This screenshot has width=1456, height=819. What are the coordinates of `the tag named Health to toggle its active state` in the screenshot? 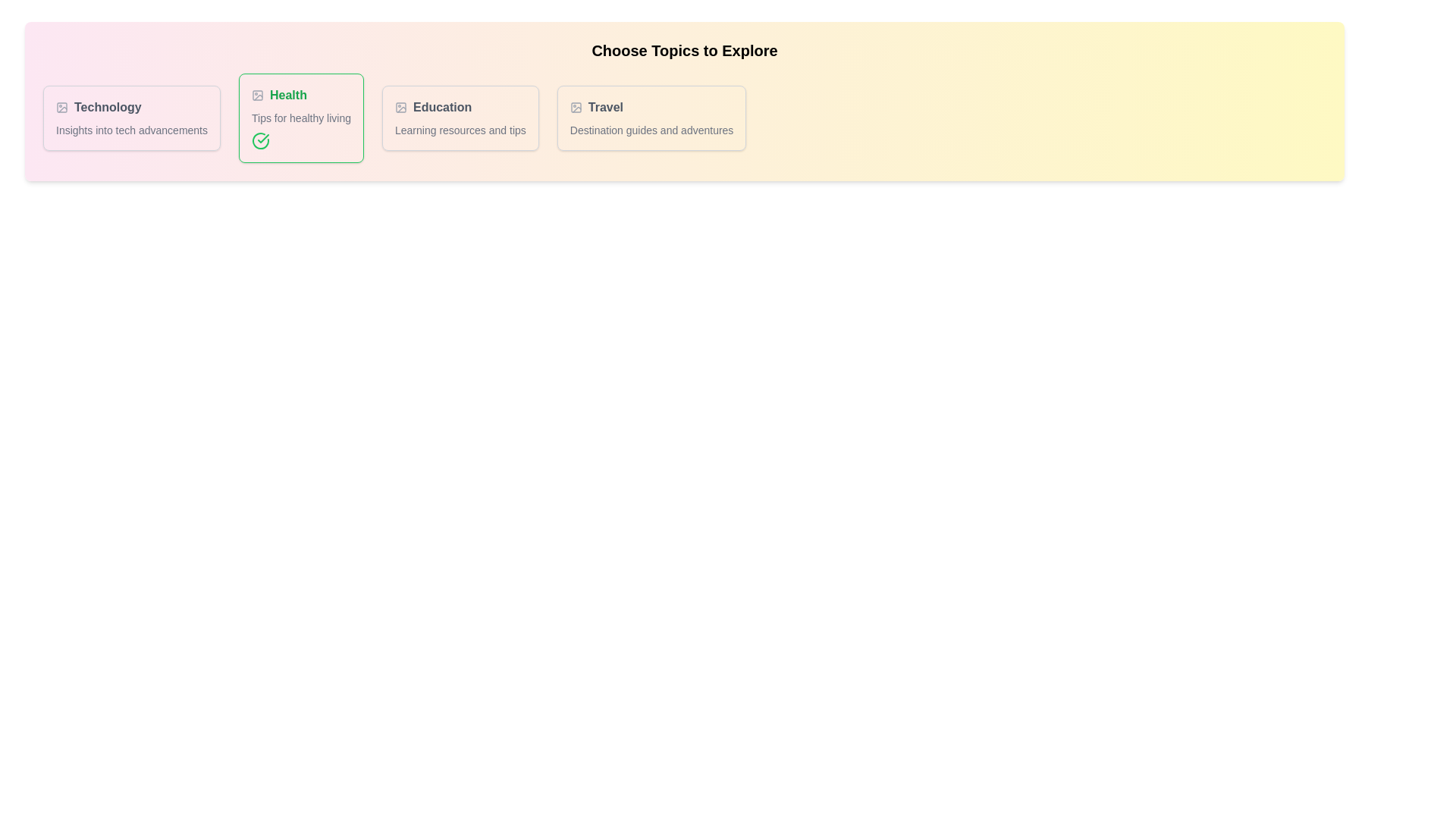 It's located at (301, 117).